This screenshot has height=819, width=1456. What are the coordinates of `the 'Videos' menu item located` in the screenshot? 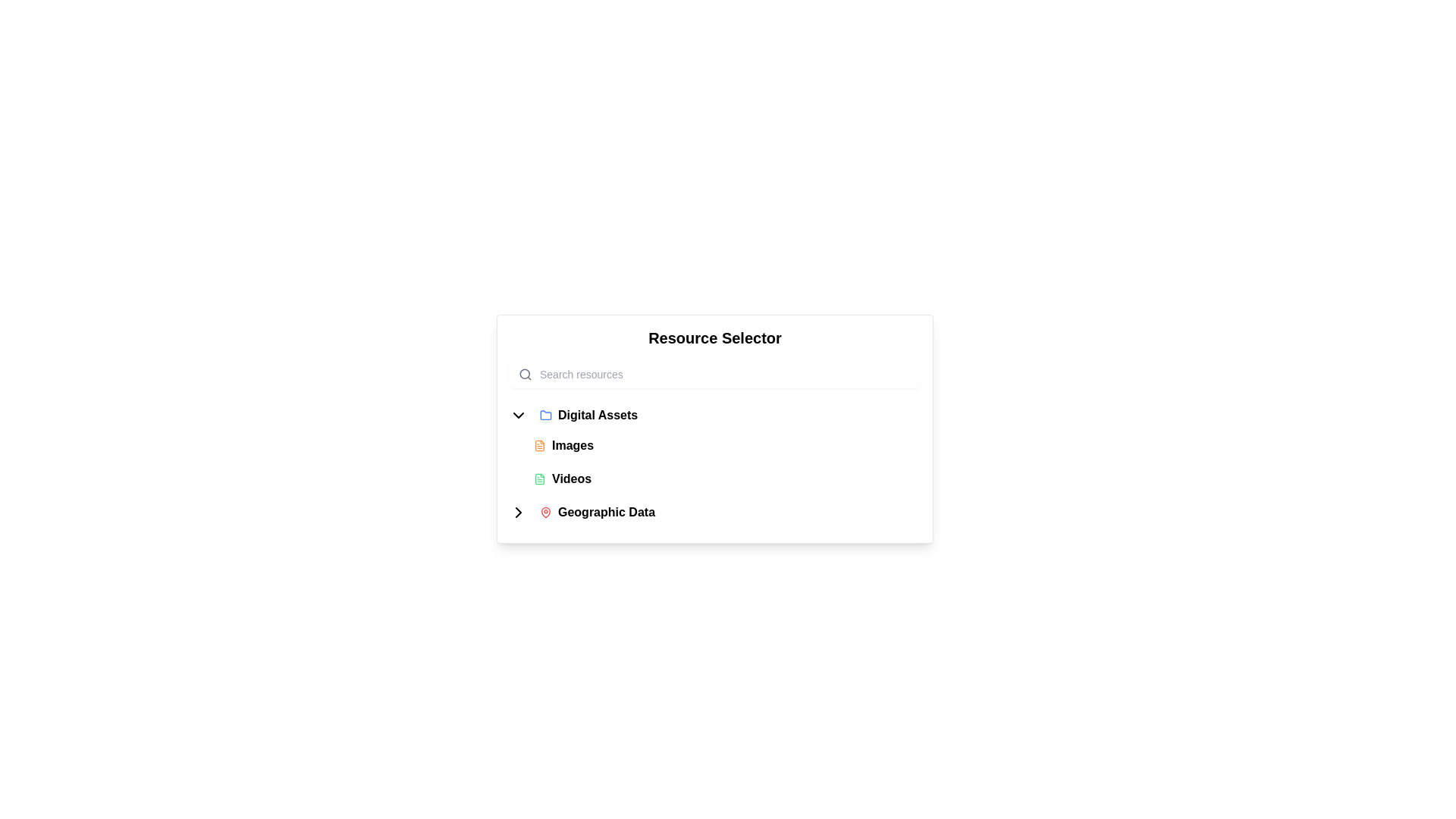 It's located at (723, 479).